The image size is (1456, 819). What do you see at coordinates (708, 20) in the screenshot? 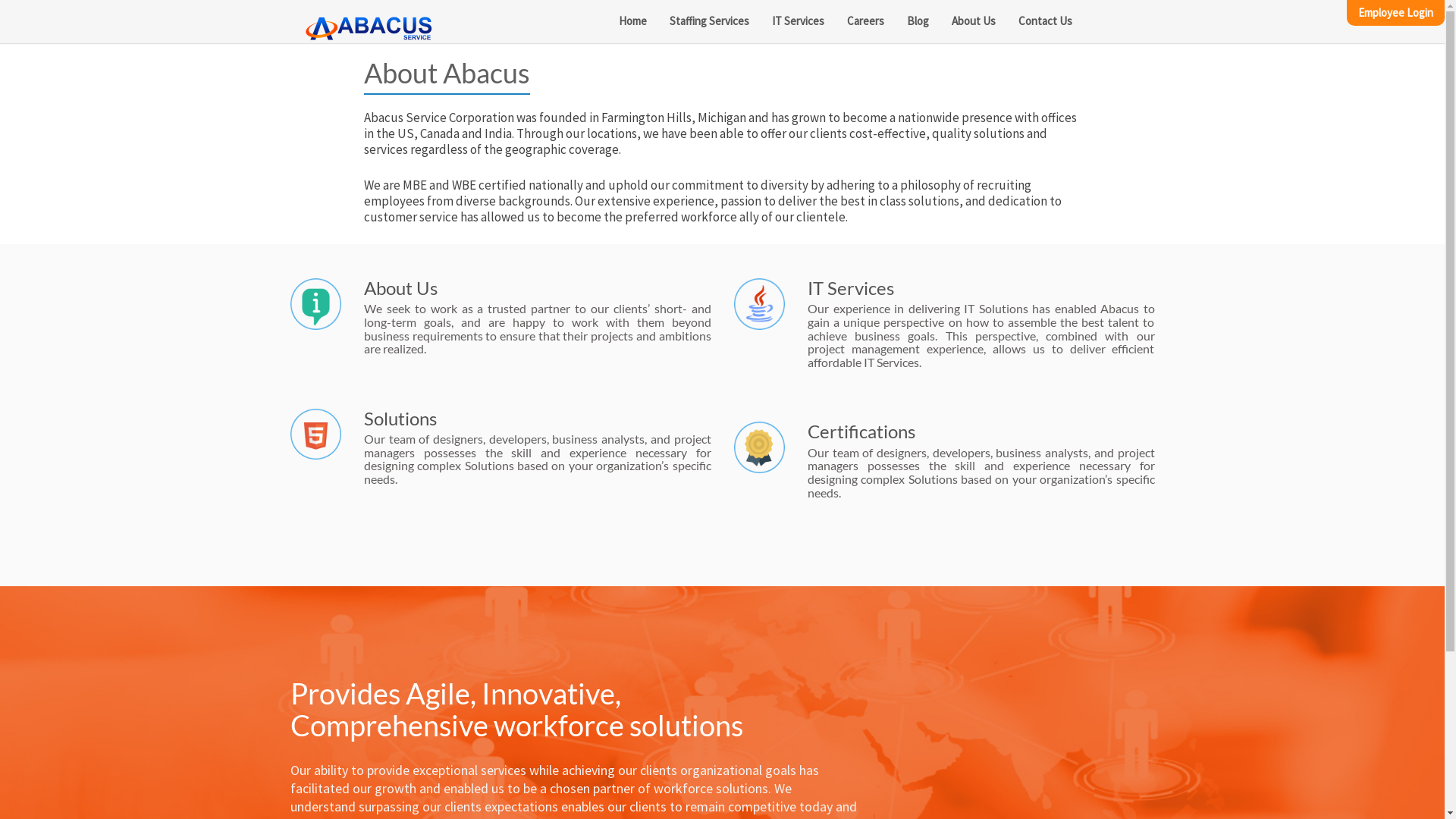
I see `'Staffing Services'` at bounding box center [708, 20].